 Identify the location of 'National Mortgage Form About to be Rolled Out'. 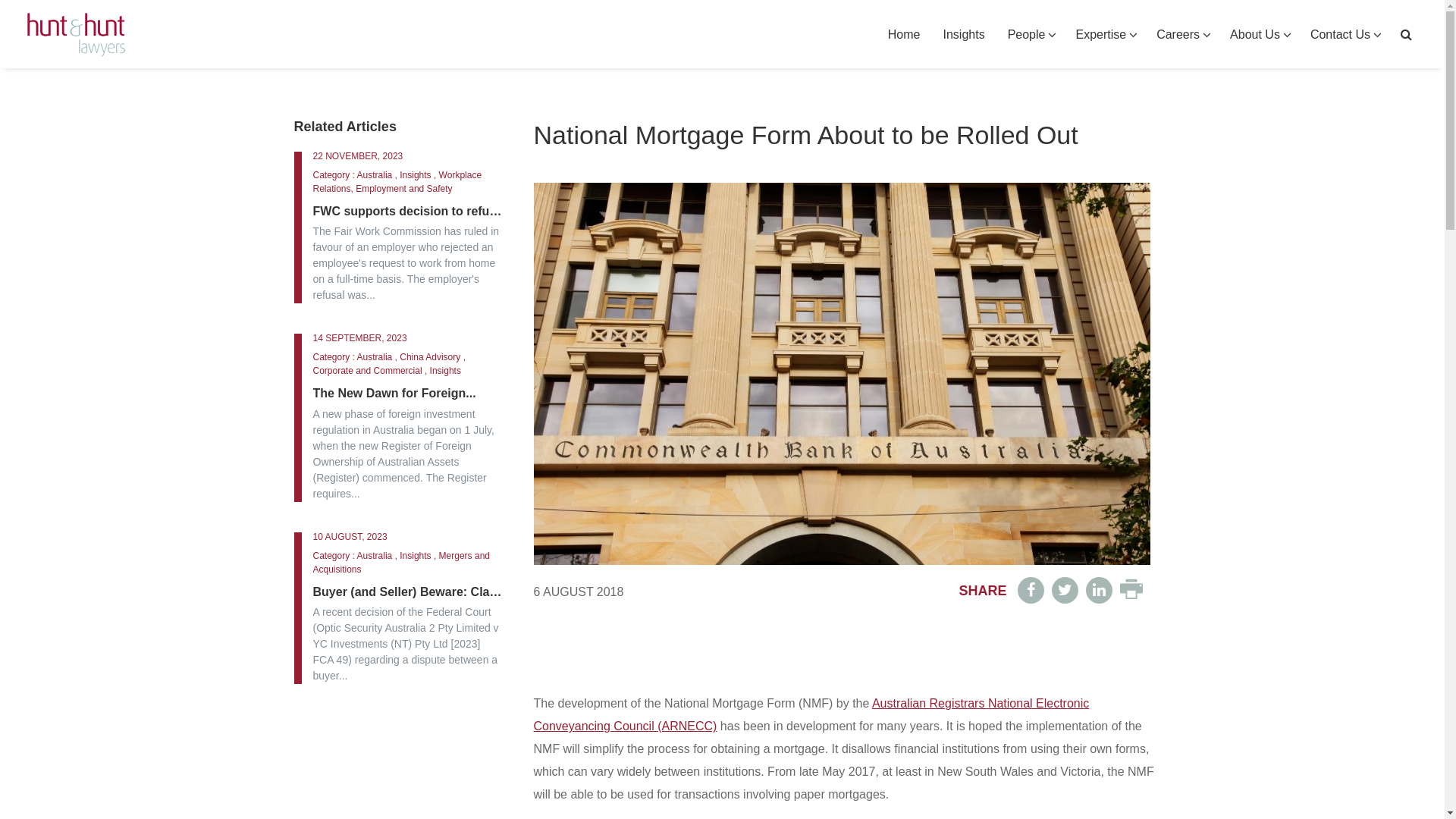
(841, 560).